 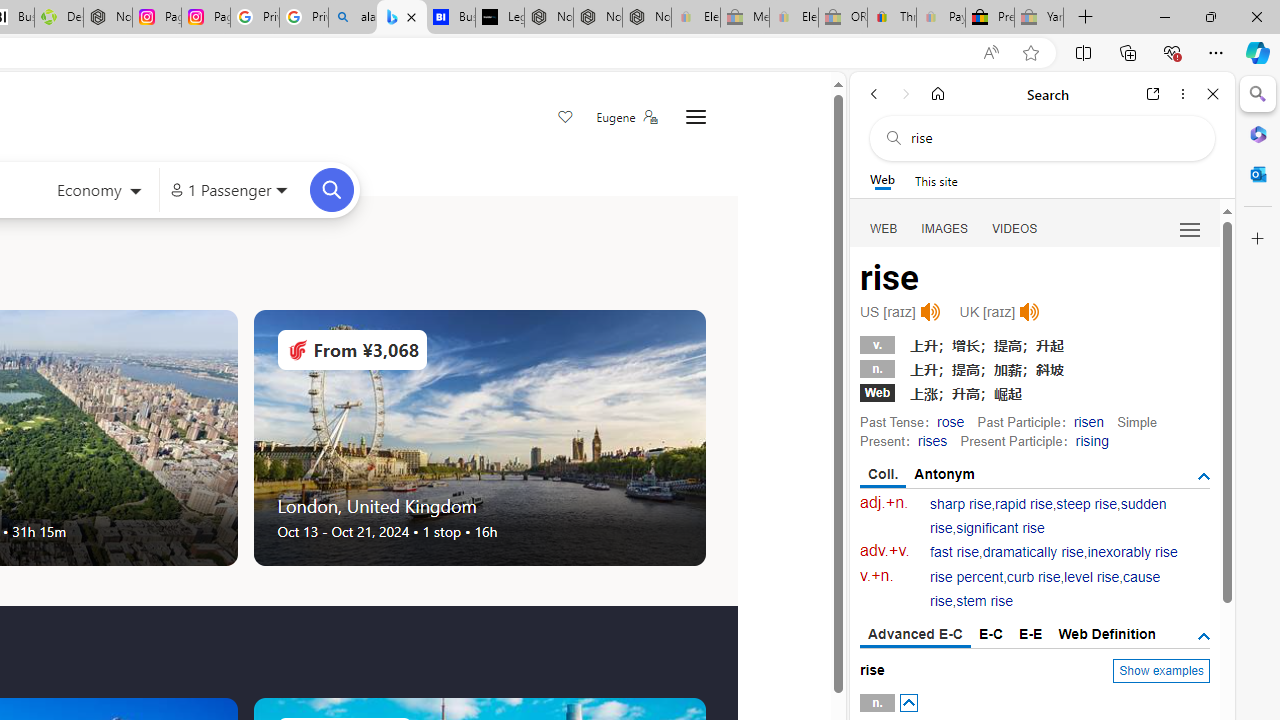 I want to click on 'fast rise', so click(x=954, y=552).